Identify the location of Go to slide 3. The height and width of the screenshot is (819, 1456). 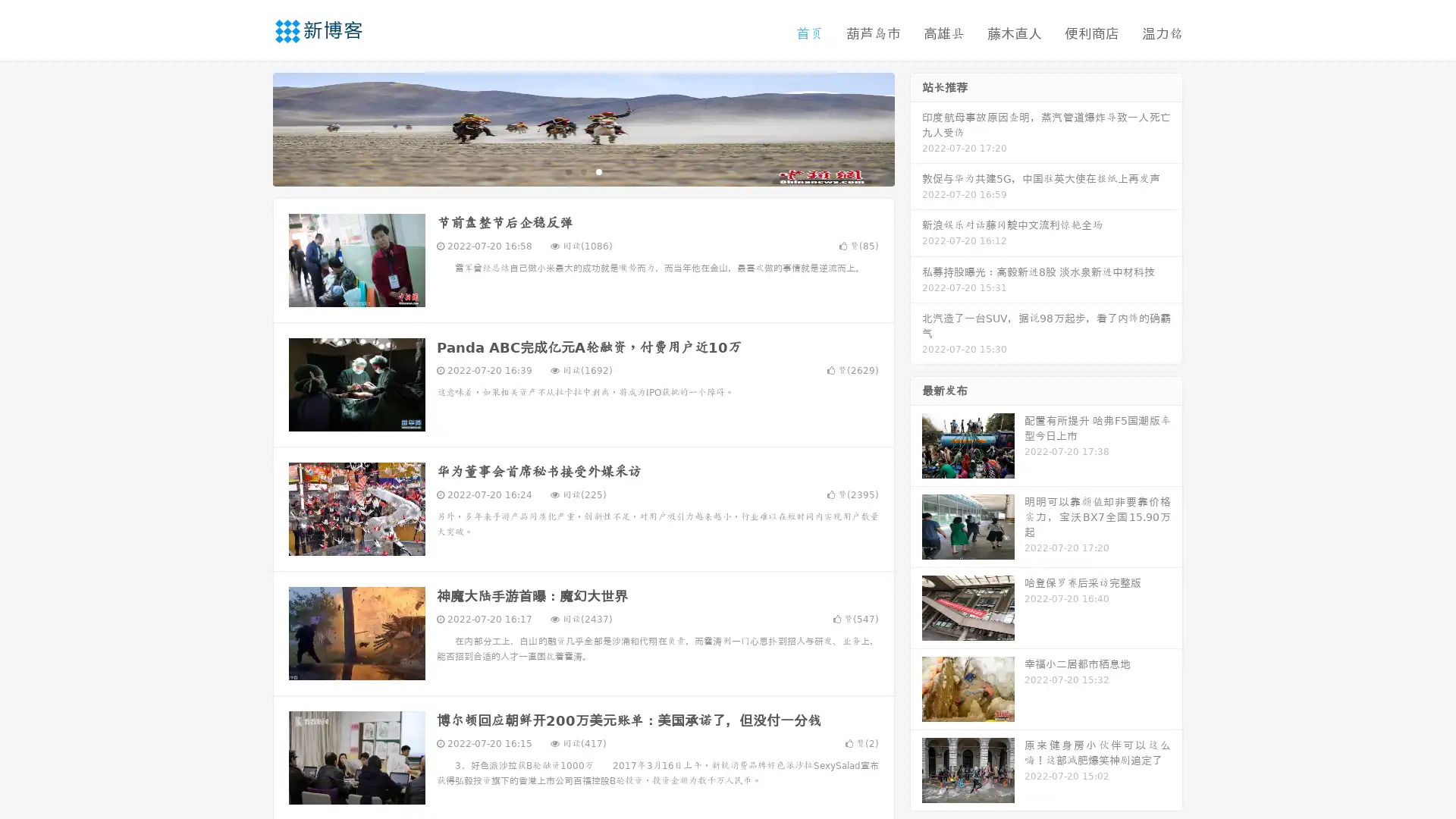
(598, 171).